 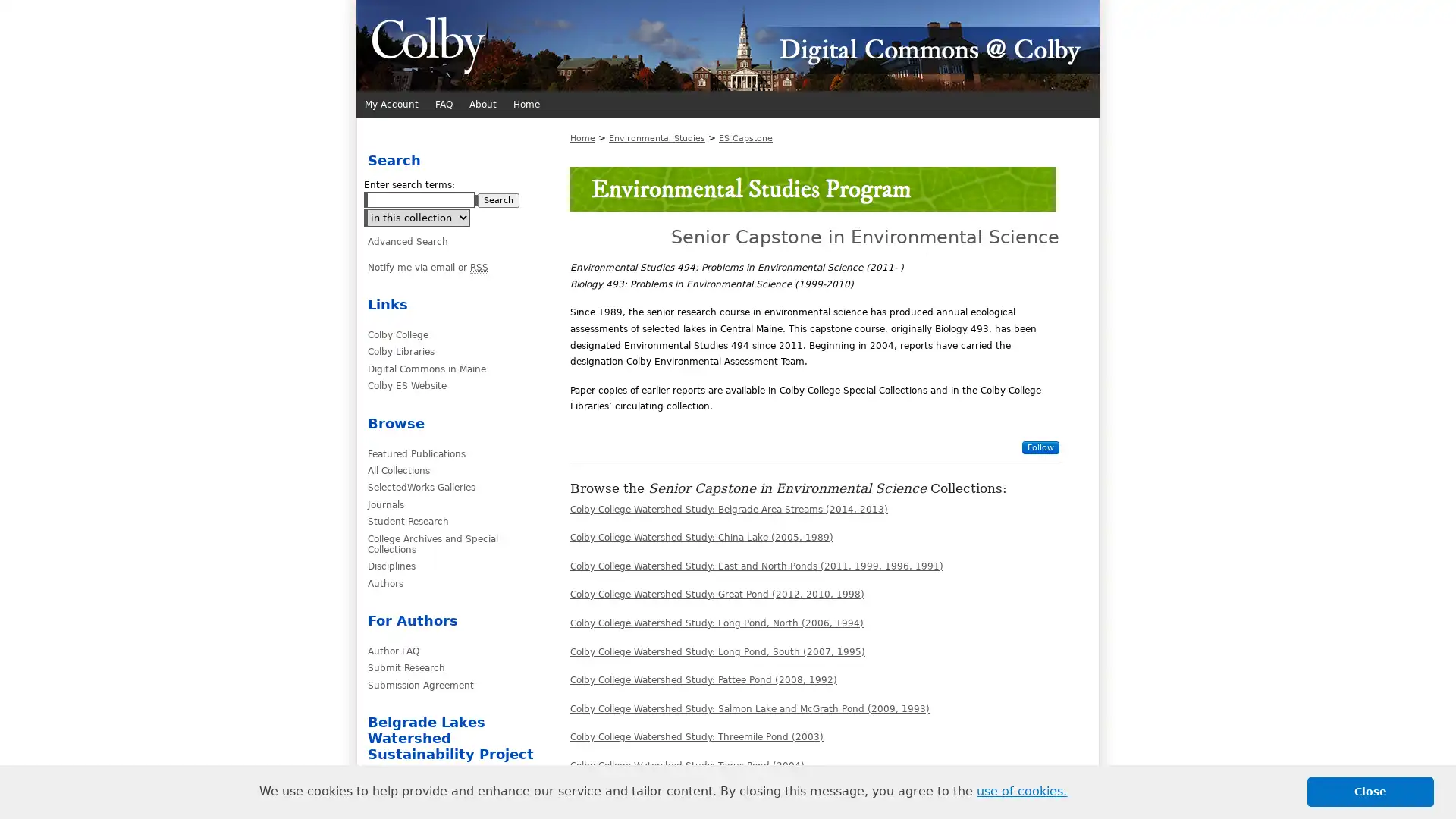 I want to click on dismiss cookie message, so click(x=1370, y=791).